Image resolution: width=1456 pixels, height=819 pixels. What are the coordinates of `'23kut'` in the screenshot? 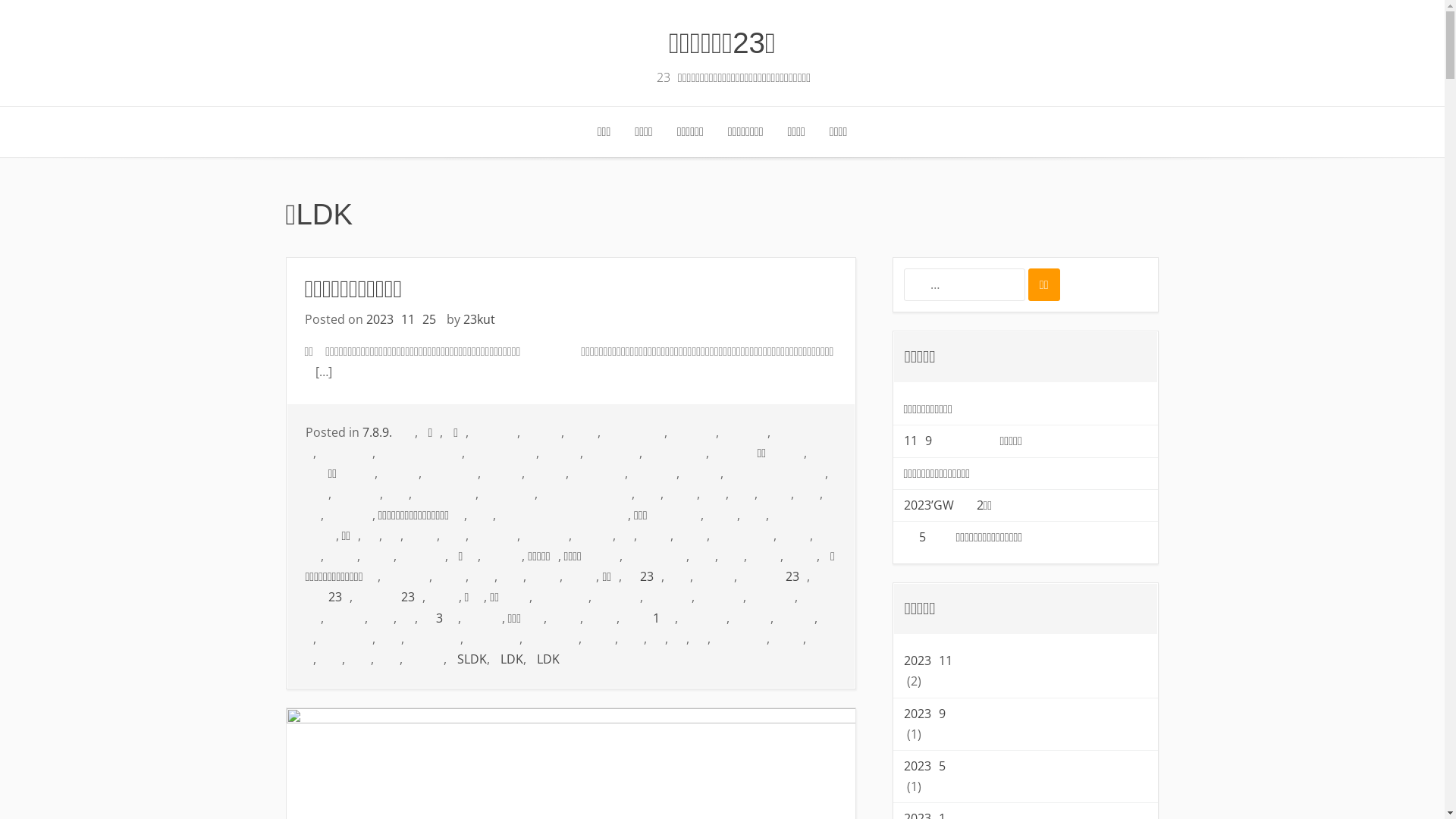 It's located at (461, 318).